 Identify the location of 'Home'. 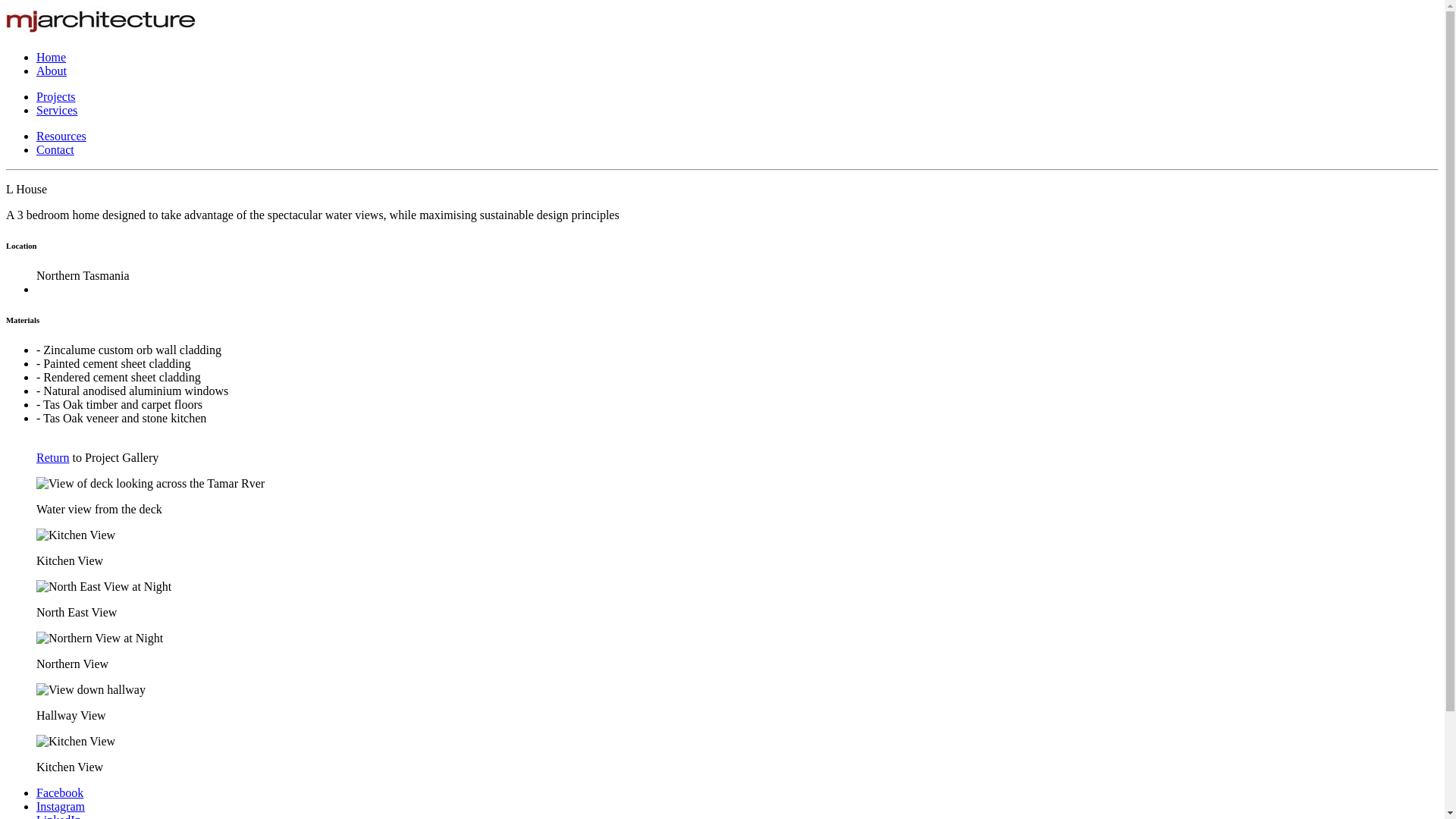
(36, 56).